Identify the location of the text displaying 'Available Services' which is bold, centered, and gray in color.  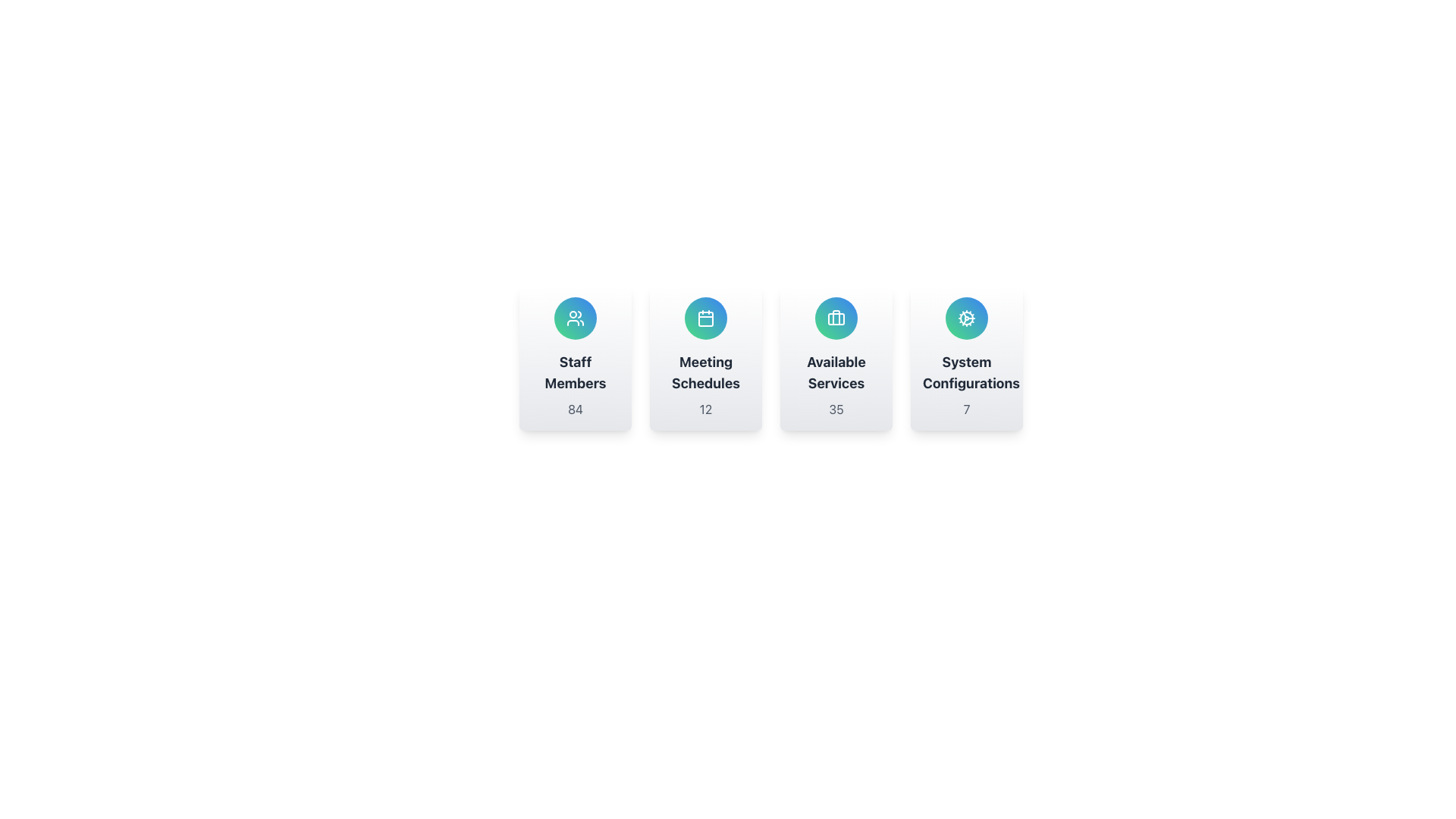
(836, 373).